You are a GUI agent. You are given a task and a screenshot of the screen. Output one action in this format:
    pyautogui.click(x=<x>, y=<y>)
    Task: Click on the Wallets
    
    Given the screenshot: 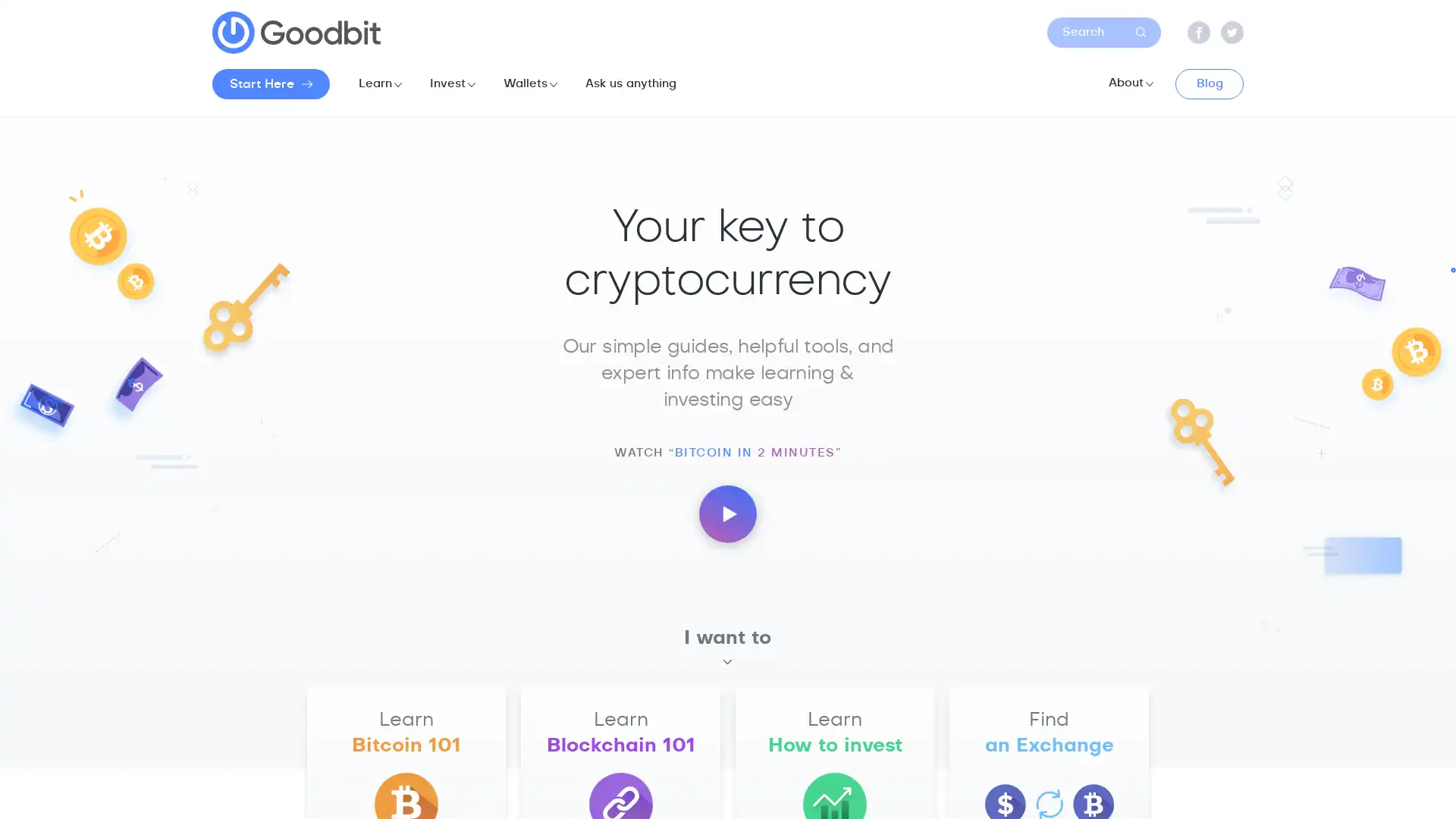 What is the action you would take?
    pyautogui.click(x=527, y=83)
    